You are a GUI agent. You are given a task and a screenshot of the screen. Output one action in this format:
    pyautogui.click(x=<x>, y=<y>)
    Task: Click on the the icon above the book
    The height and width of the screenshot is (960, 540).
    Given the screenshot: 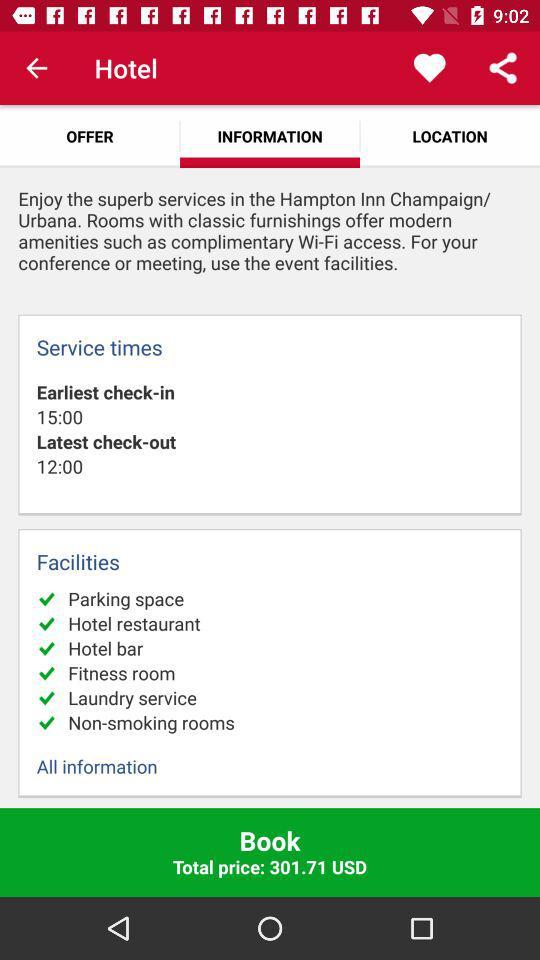 What is the action you would take?
    pyautogui.click(x=270, y=765)
    